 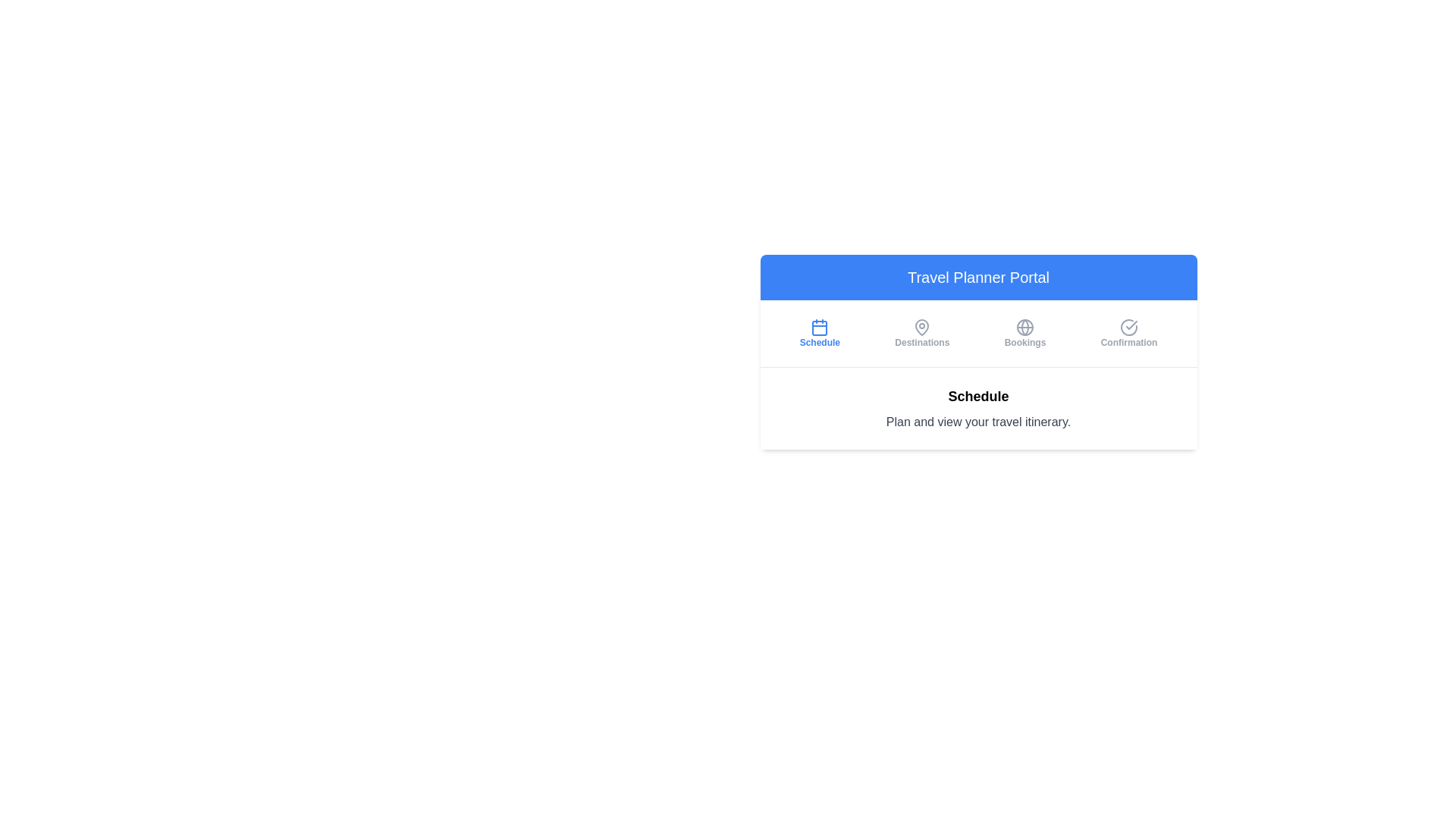 What do you see at coordinates (921, 332) in the screenshot?
I see `the tab labeled Destinations to navigate to its content` at bounding box center [921, 332].